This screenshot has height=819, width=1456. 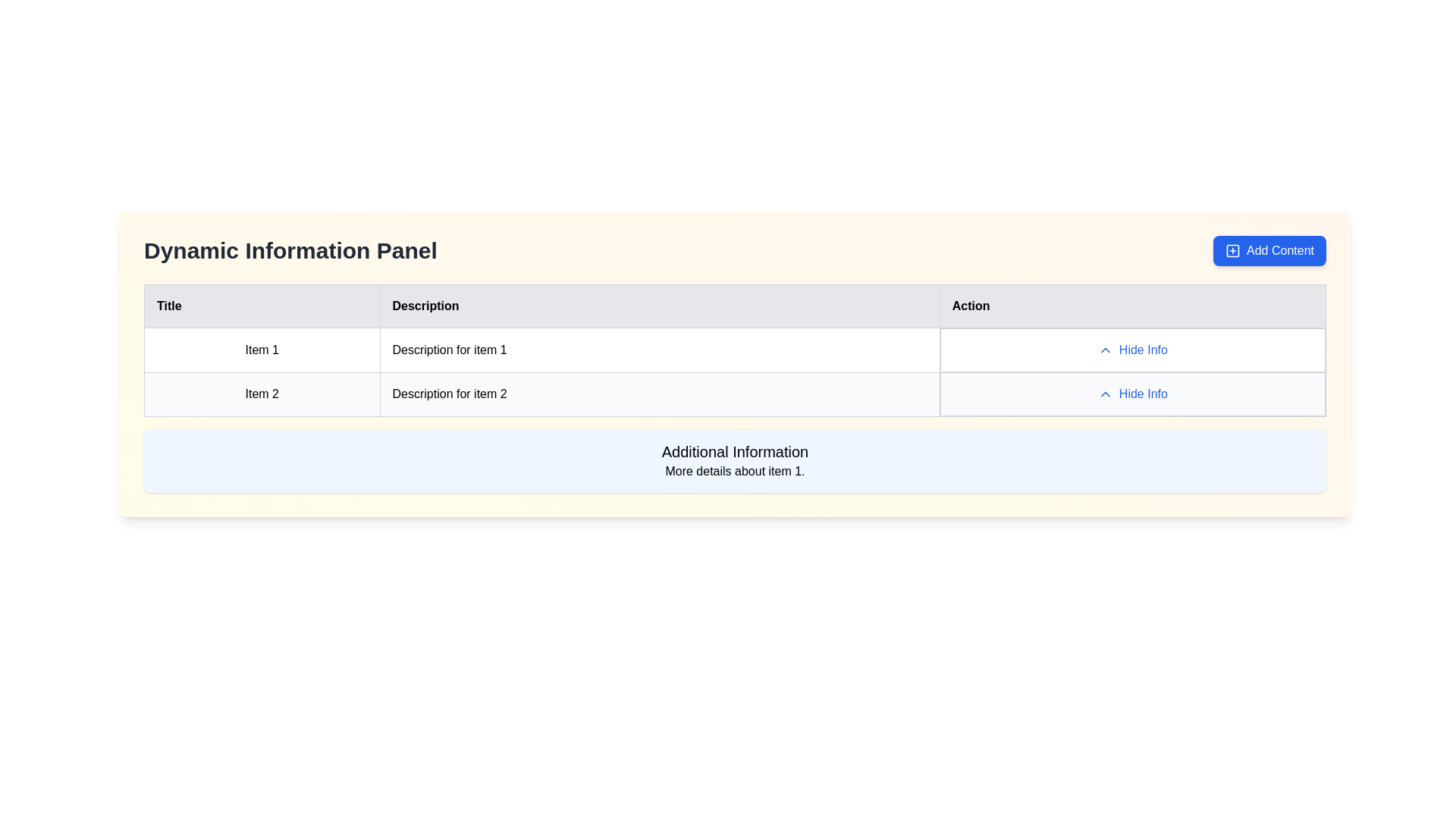 What do you see at coordinates (1132, 394) in the screenshot?
I see `the second 'Hide Info' button in the 'Action' column of the table for 'Item 2' to change its color` at bounding box center [1132, 394].